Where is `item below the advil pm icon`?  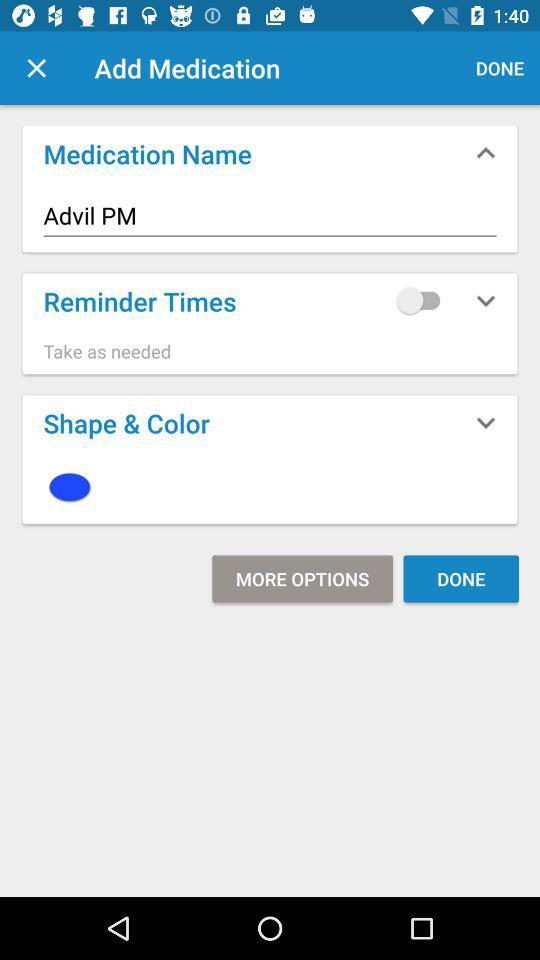
item below the advil pm icon is located at coordinates (422, 299).